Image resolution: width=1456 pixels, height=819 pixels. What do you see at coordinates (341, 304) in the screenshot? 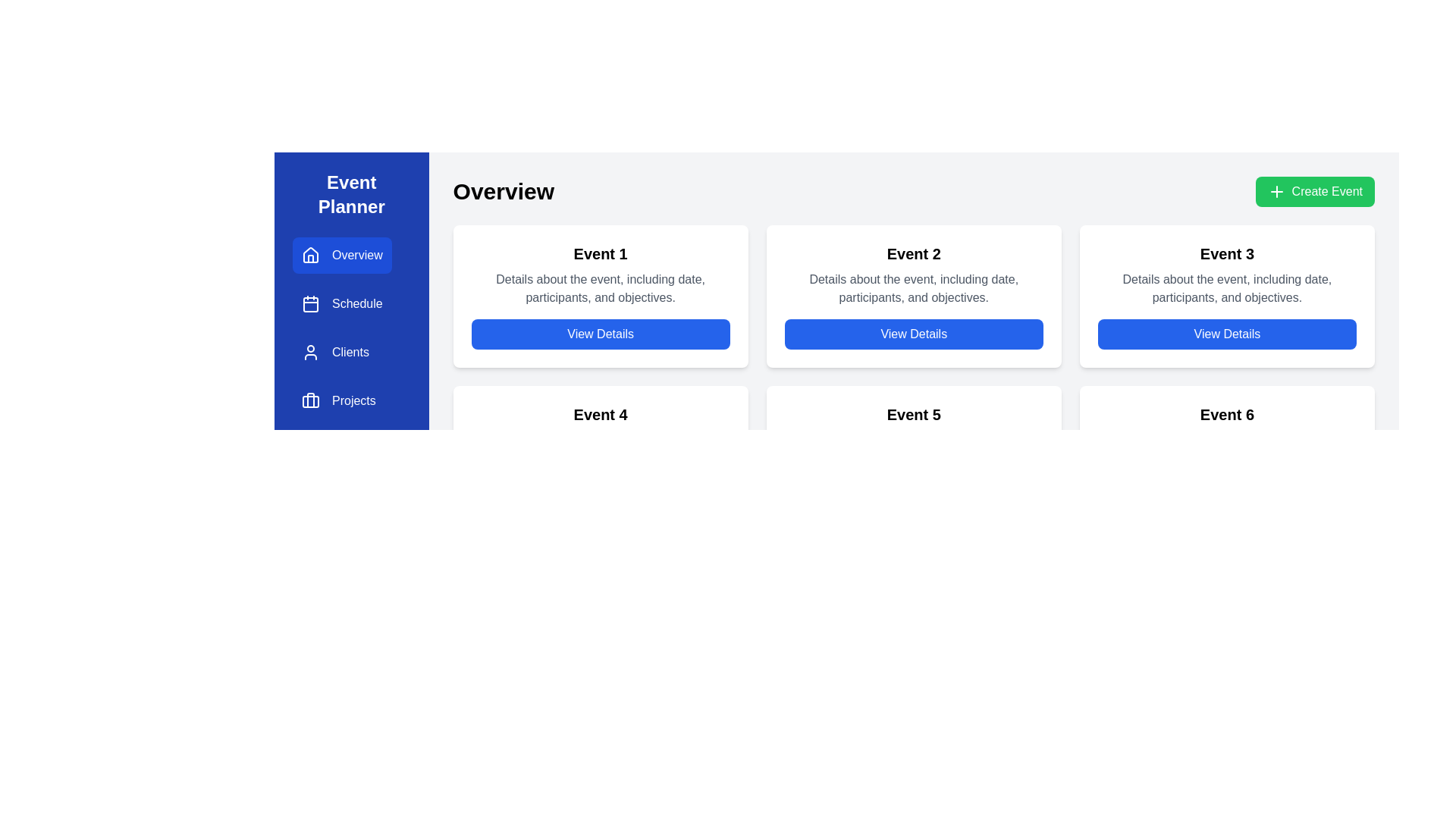
I see `the blue 'Schedule' button with a calendar icon located in the vertical navigation menu, positioned directly below the 'Overview' button` at bounding box center [341, 304].